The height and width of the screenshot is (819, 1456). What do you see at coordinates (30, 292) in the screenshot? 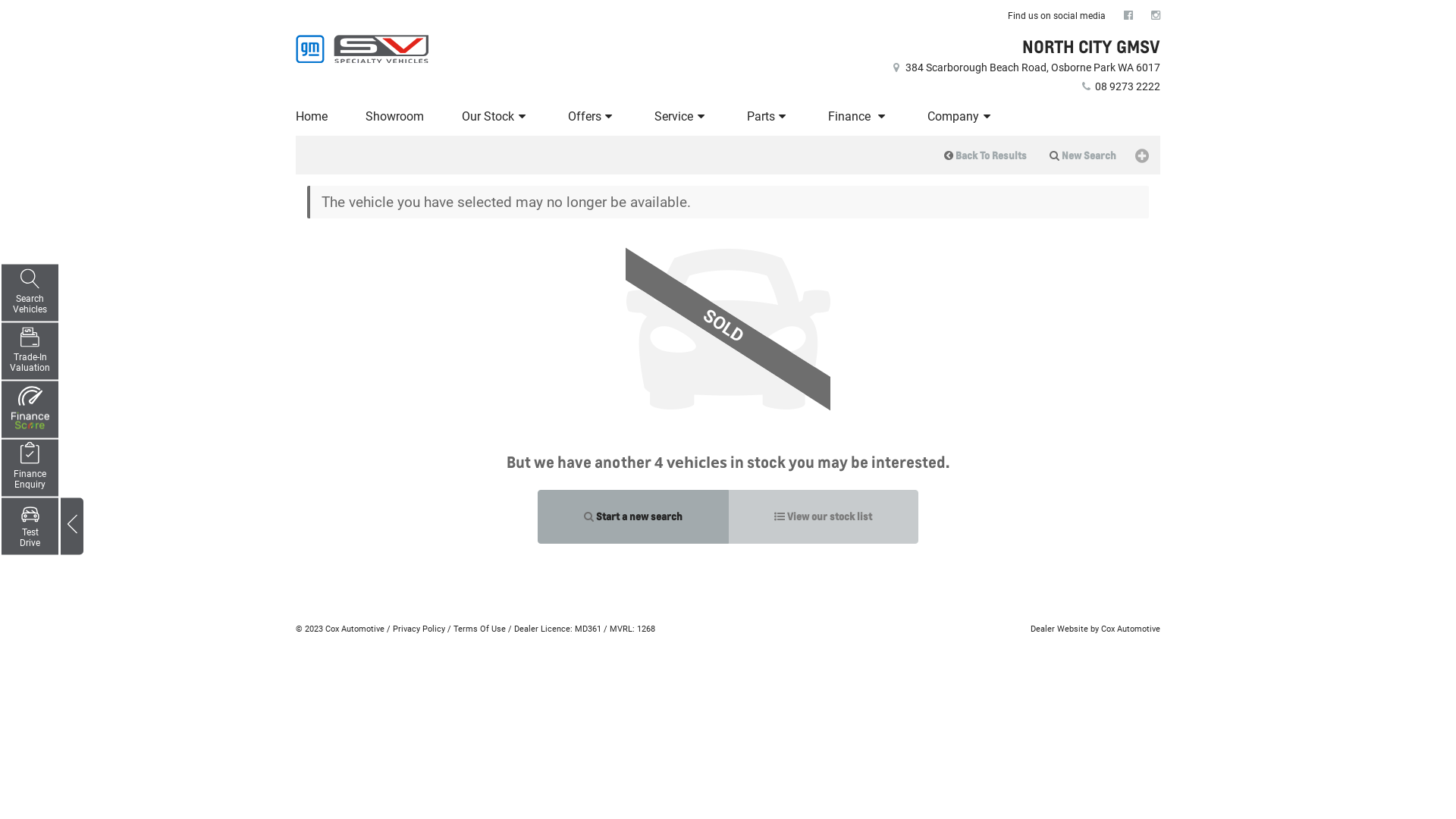
I see `'Search` at bounding box center [30, 292].